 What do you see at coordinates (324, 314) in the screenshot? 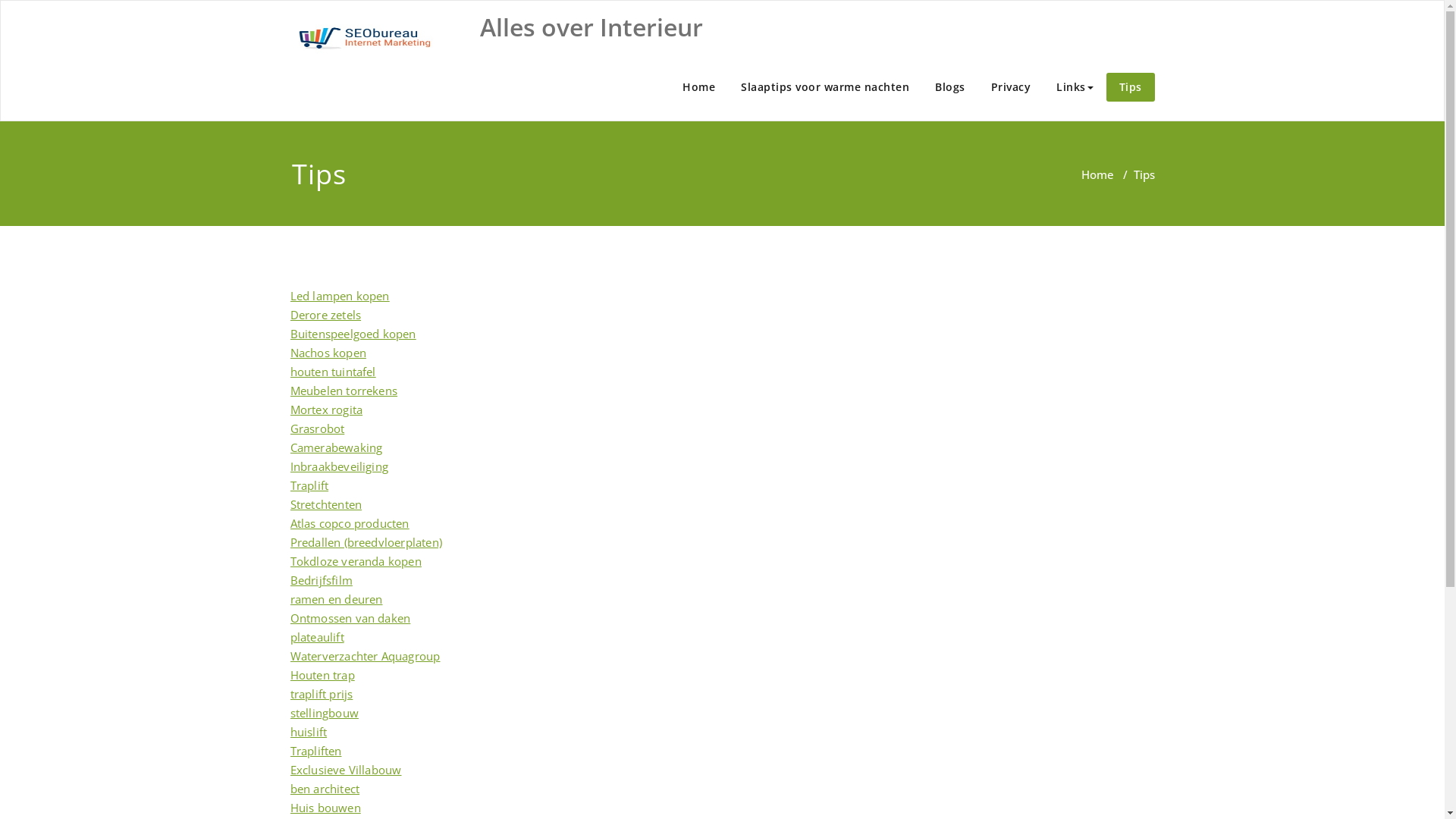
I see `'Derore zetels'` at bounding box center [324, 314].